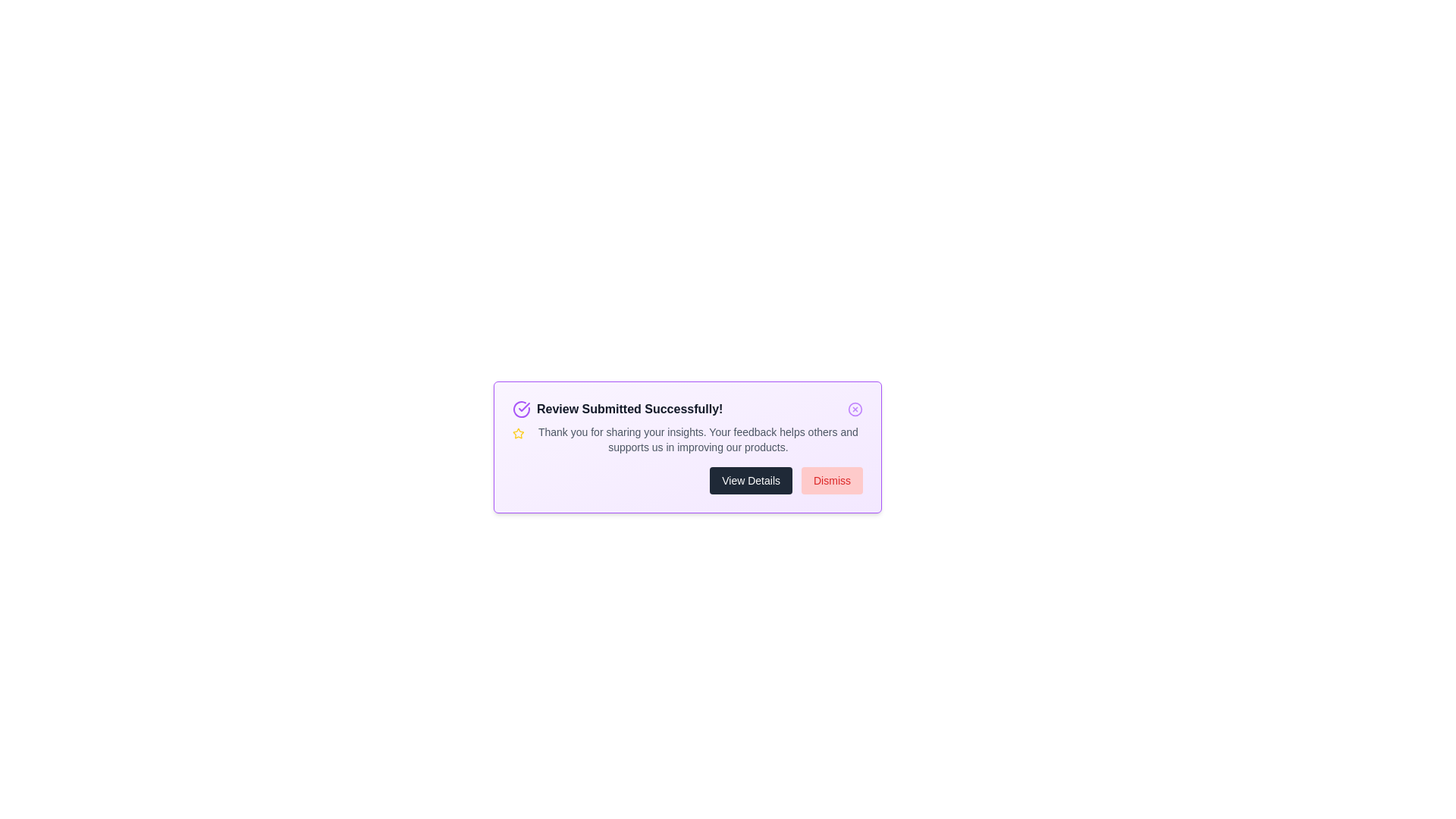 The width and height of the screenshot is (1456, 819). I want to click on the close button to dismiss the alert, so click(855, 409).